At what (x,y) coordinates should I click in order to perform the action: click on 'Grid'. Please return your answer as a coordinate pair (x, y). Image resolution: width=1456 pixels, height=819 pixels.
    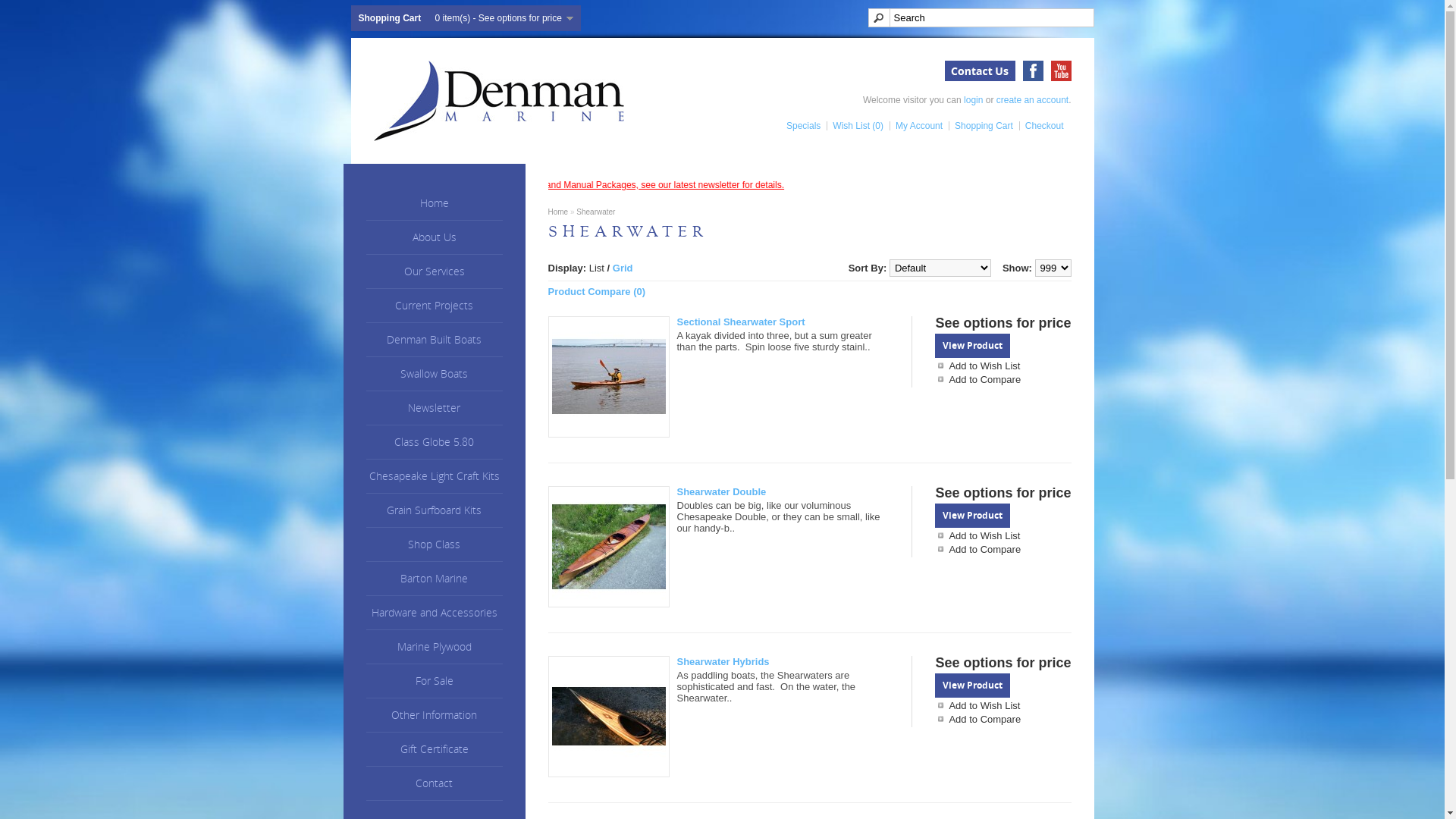
    Looking at the image, I should click on (623, 267).